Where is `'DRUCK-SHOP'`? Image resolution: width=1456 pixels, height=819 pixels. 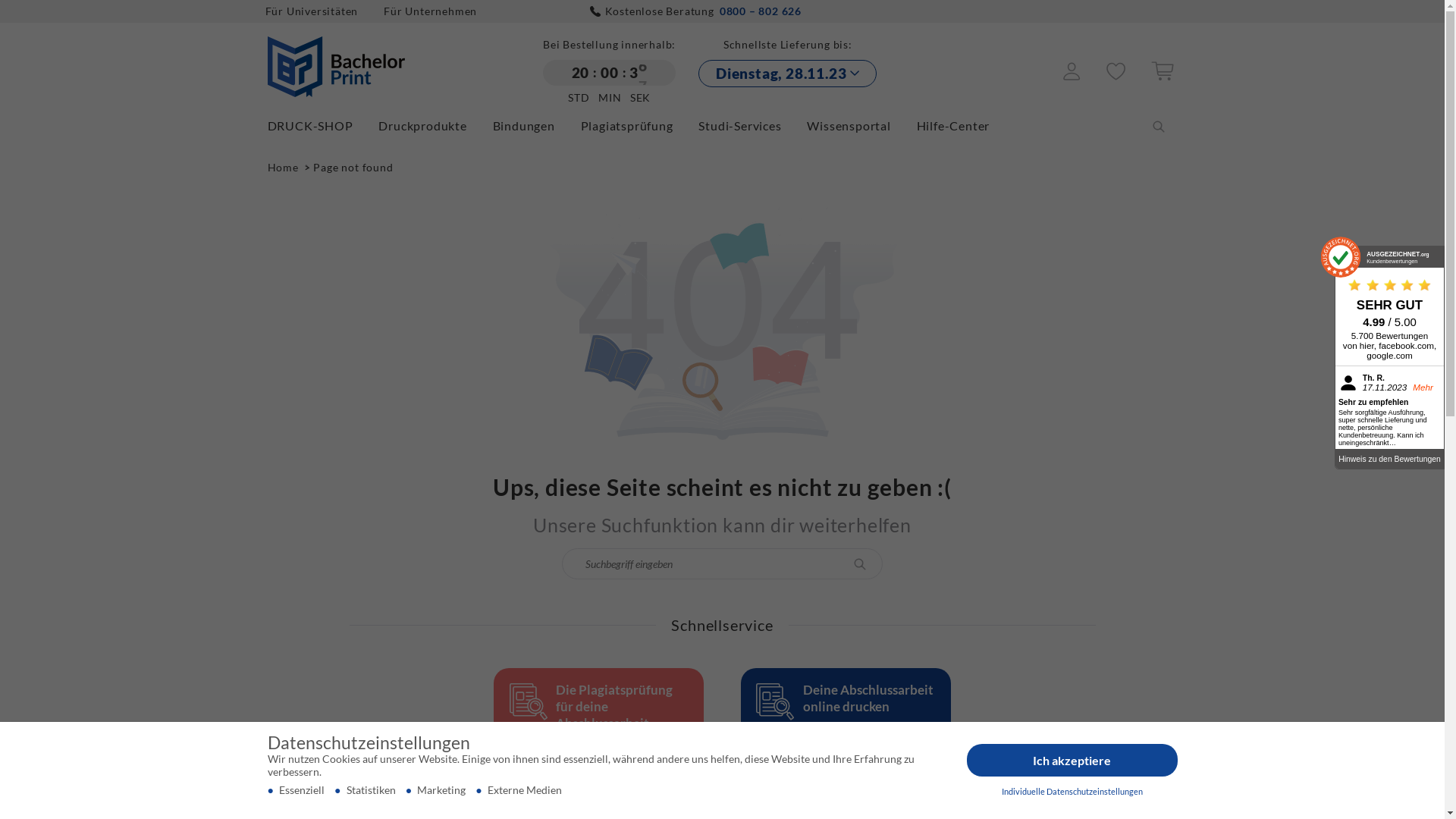 'DRUCK-SHOP' is located at coordinates (320, 124).